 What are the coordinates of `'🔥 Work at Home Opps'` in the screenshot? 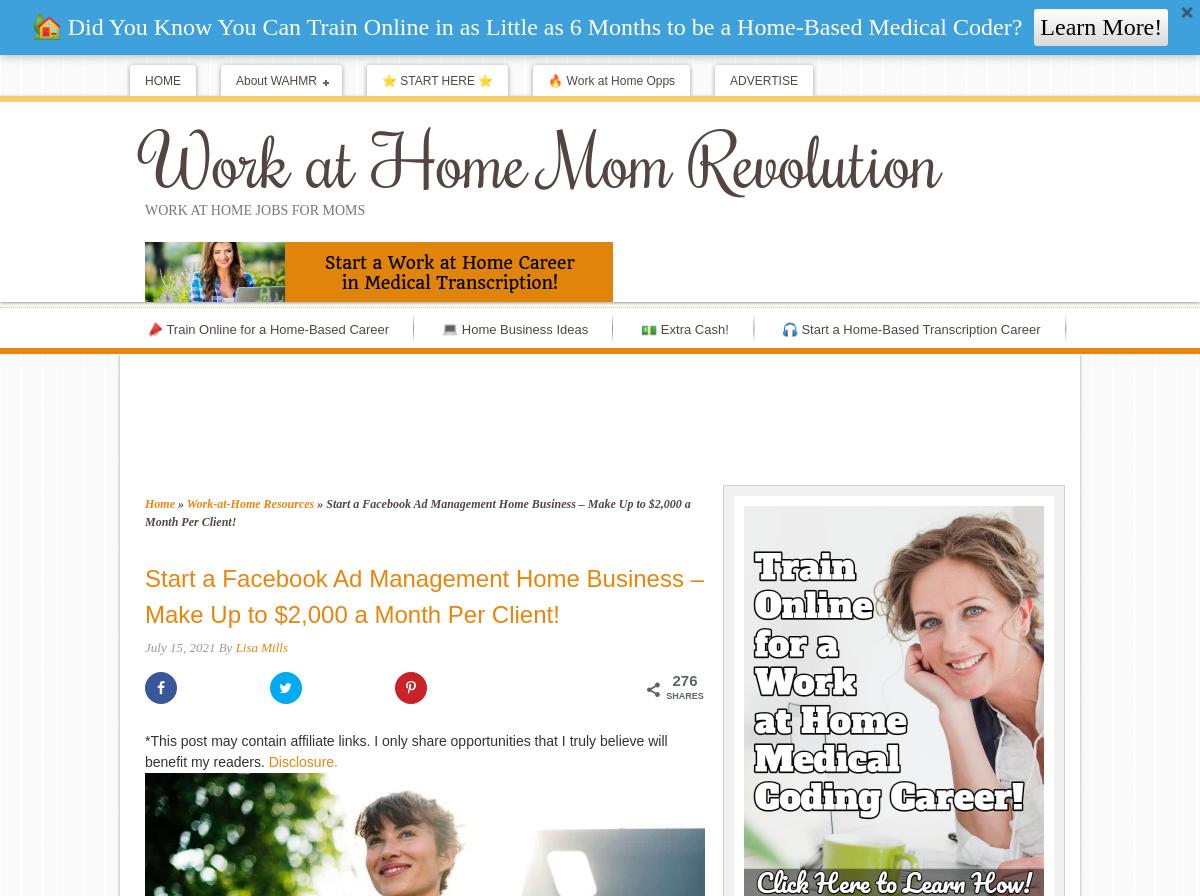 It's located at (547, 80).